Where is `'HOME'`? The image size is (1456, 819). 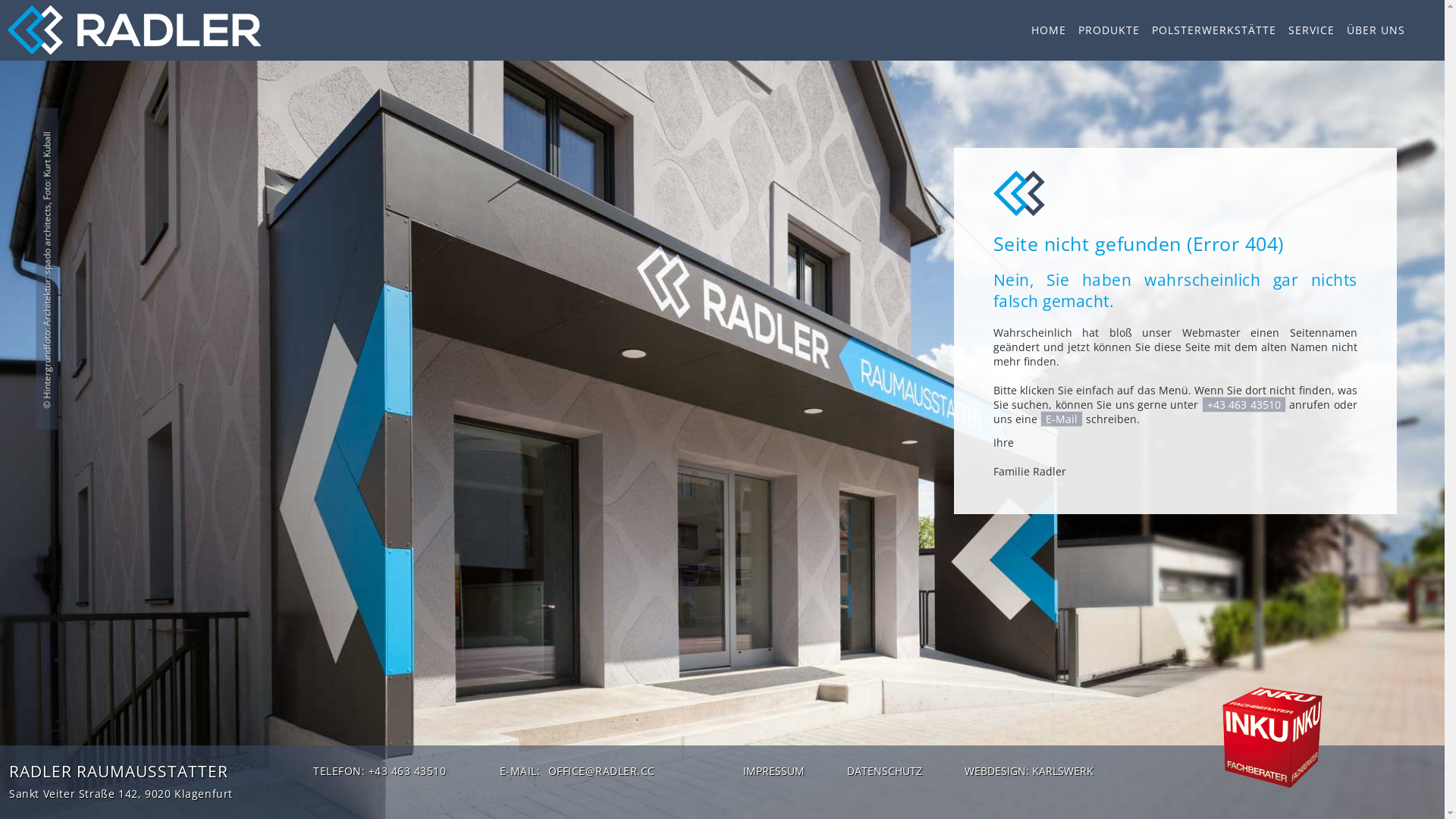 'HOME' is located at coordinates (1031, 30).